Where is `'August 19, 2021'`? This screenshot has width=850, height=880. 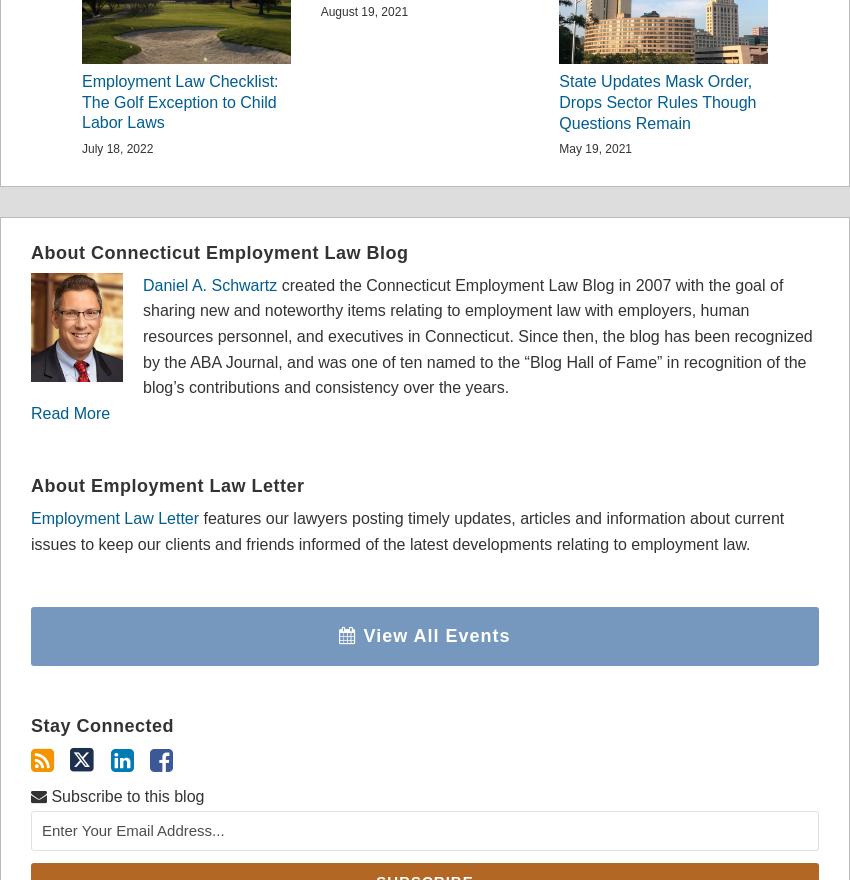
'August 19, 2021' is located at coordinates (362, 10).